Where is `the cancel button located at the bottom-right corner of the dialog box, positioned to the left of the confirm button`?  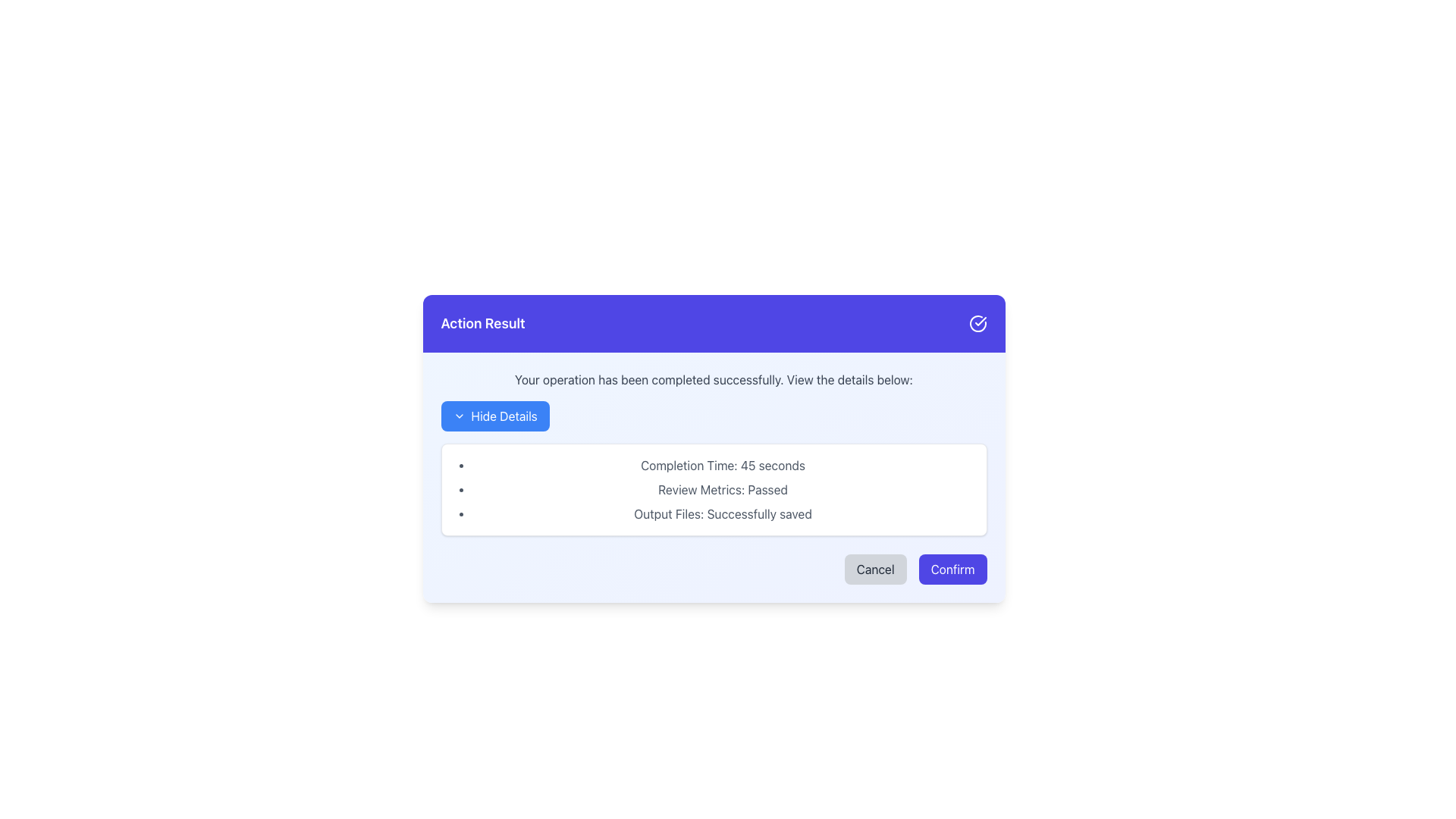
the cancel button located at the bottom-right corner of the dialog box, positioned to the left of the confirm button is located at coordinates (875, 570).